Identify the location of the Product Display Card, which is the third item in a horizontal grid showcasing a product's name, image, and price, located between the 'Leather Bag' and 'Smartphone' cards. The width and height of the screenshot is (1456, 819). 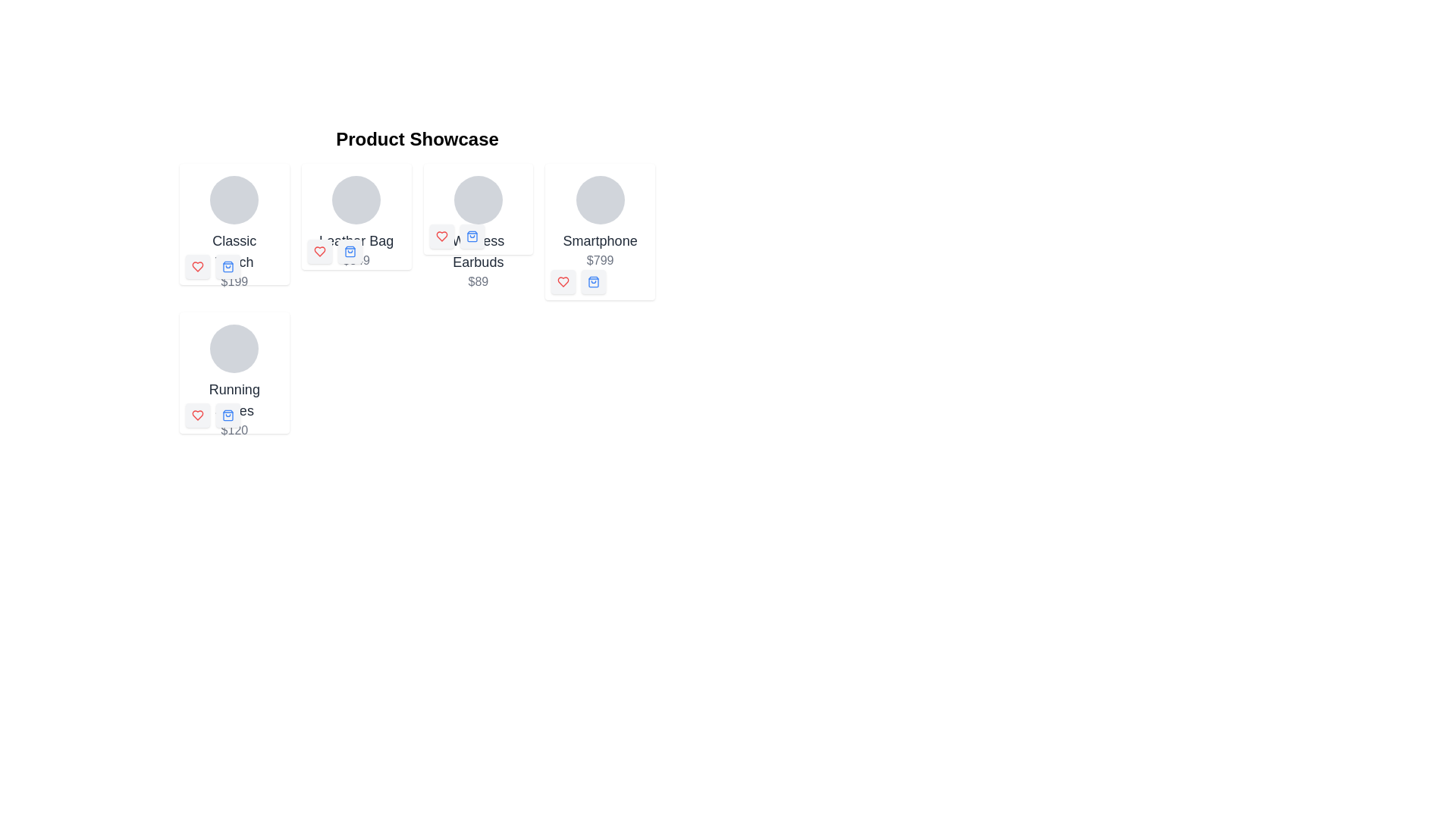
(477, 209).